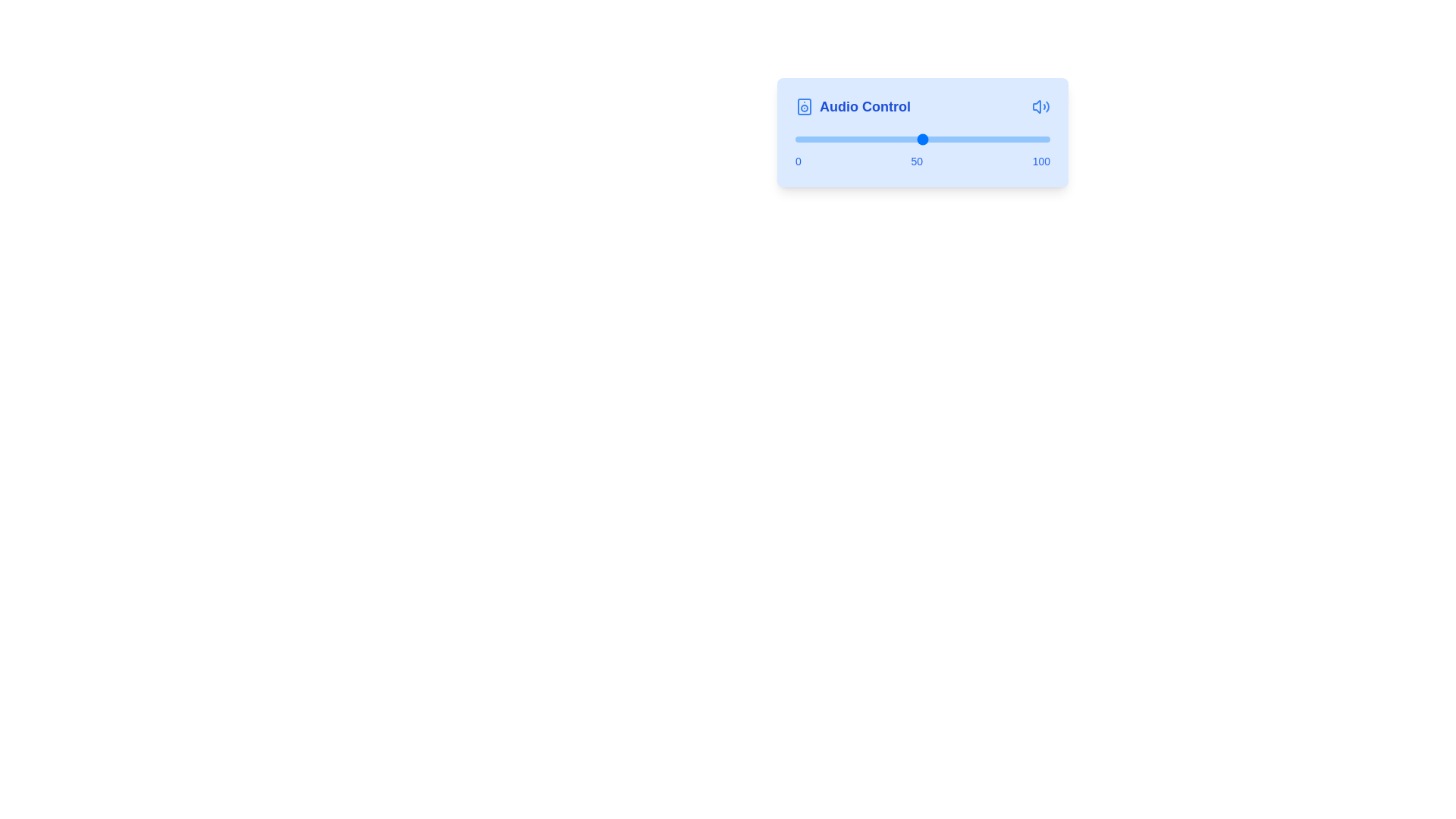  I want to click on the volume, so click(955, 140).